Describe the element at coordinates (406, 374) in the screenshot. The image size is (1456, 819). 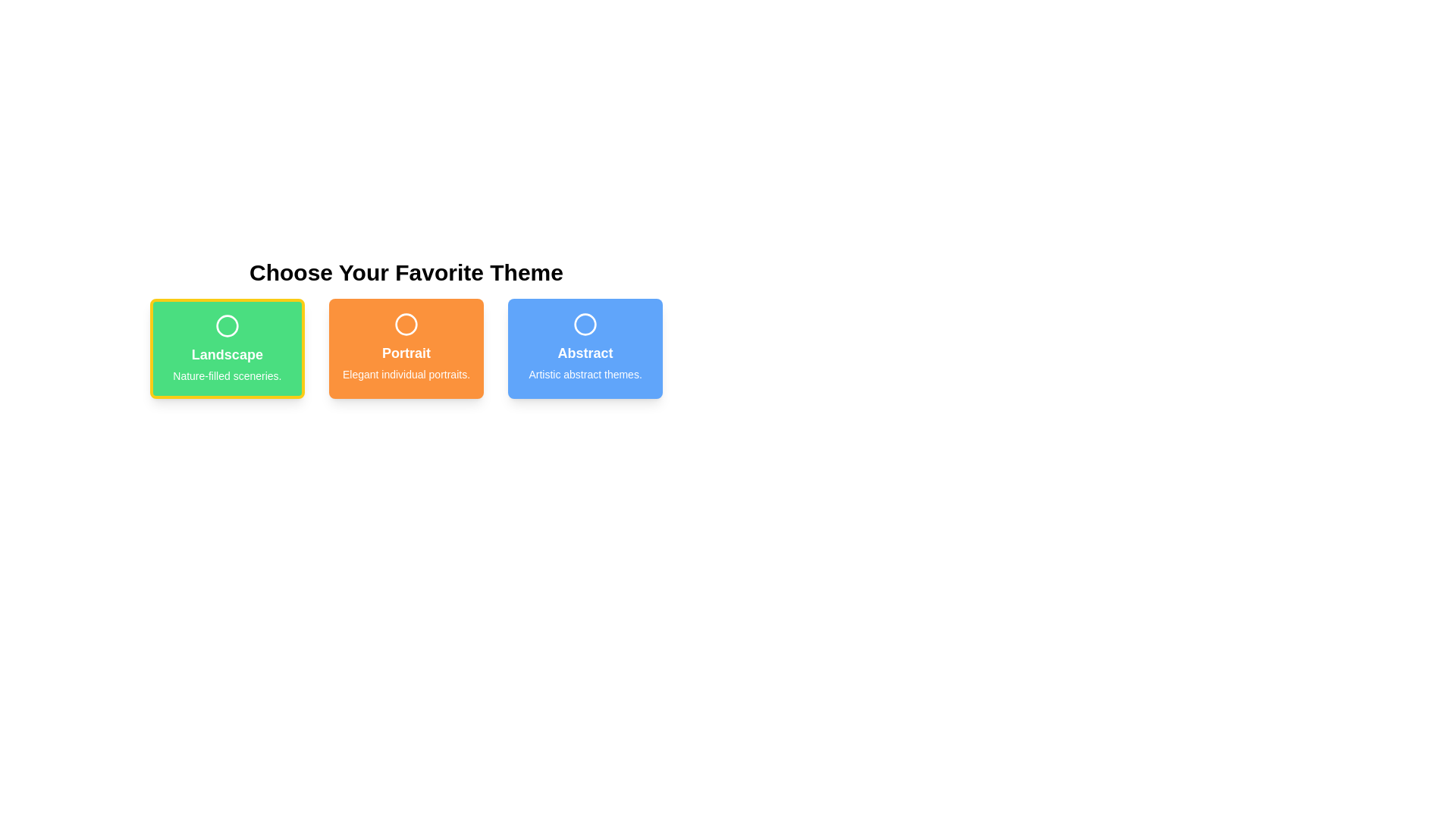
I see `the static descriptive text located at the bottom section of the center card titled 'Portrait', which provides additional information about the card's content and is positioned between the 'Landscape' and 'Abstract' cards` at that location.